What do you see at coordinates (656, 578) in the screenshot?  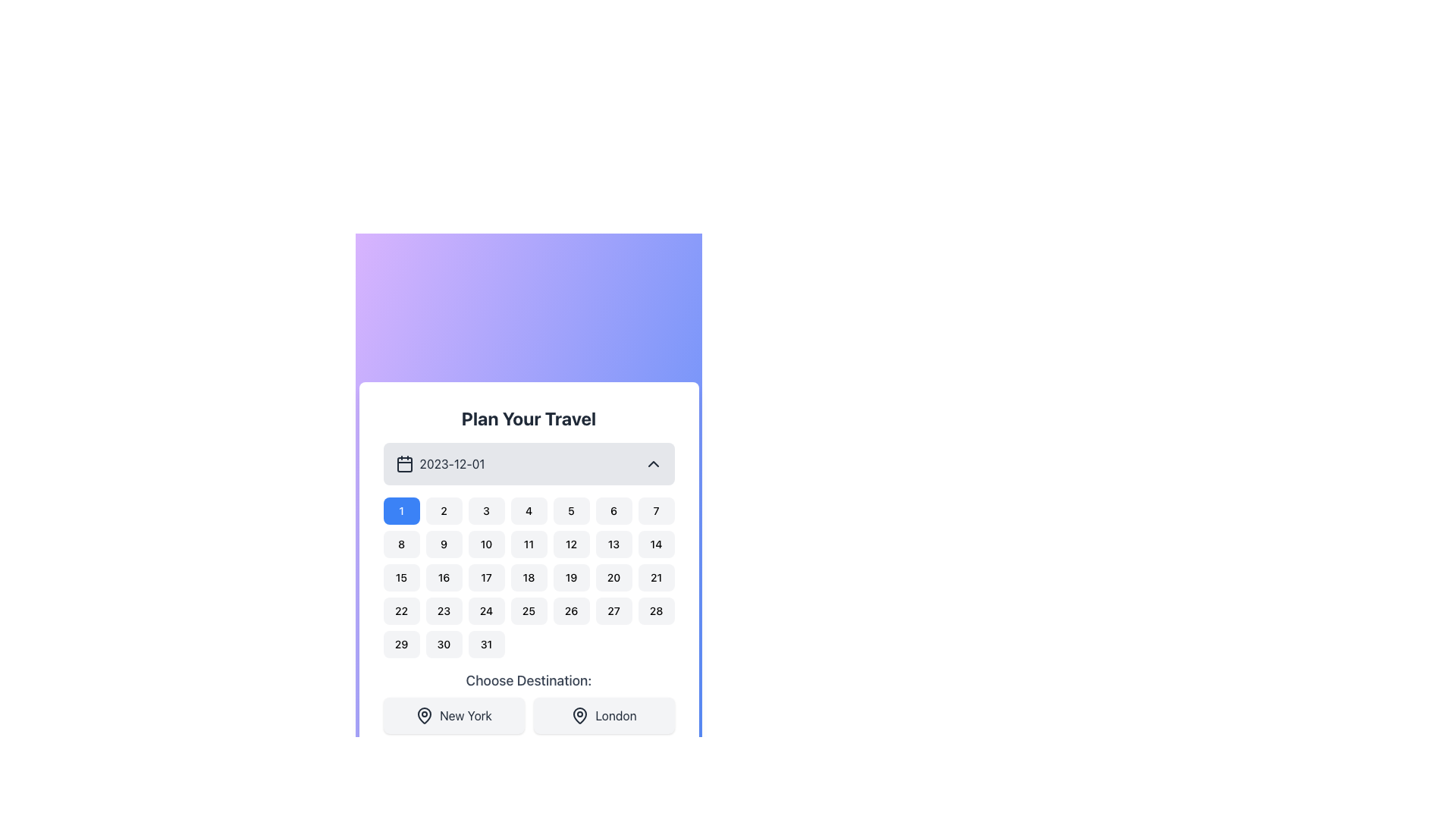 I see `the selectable date button representing '21' in the calendar component located in the third row and seventh column of the grid under the title 'Plan Your Travel'` at bounding box center [656, 578].